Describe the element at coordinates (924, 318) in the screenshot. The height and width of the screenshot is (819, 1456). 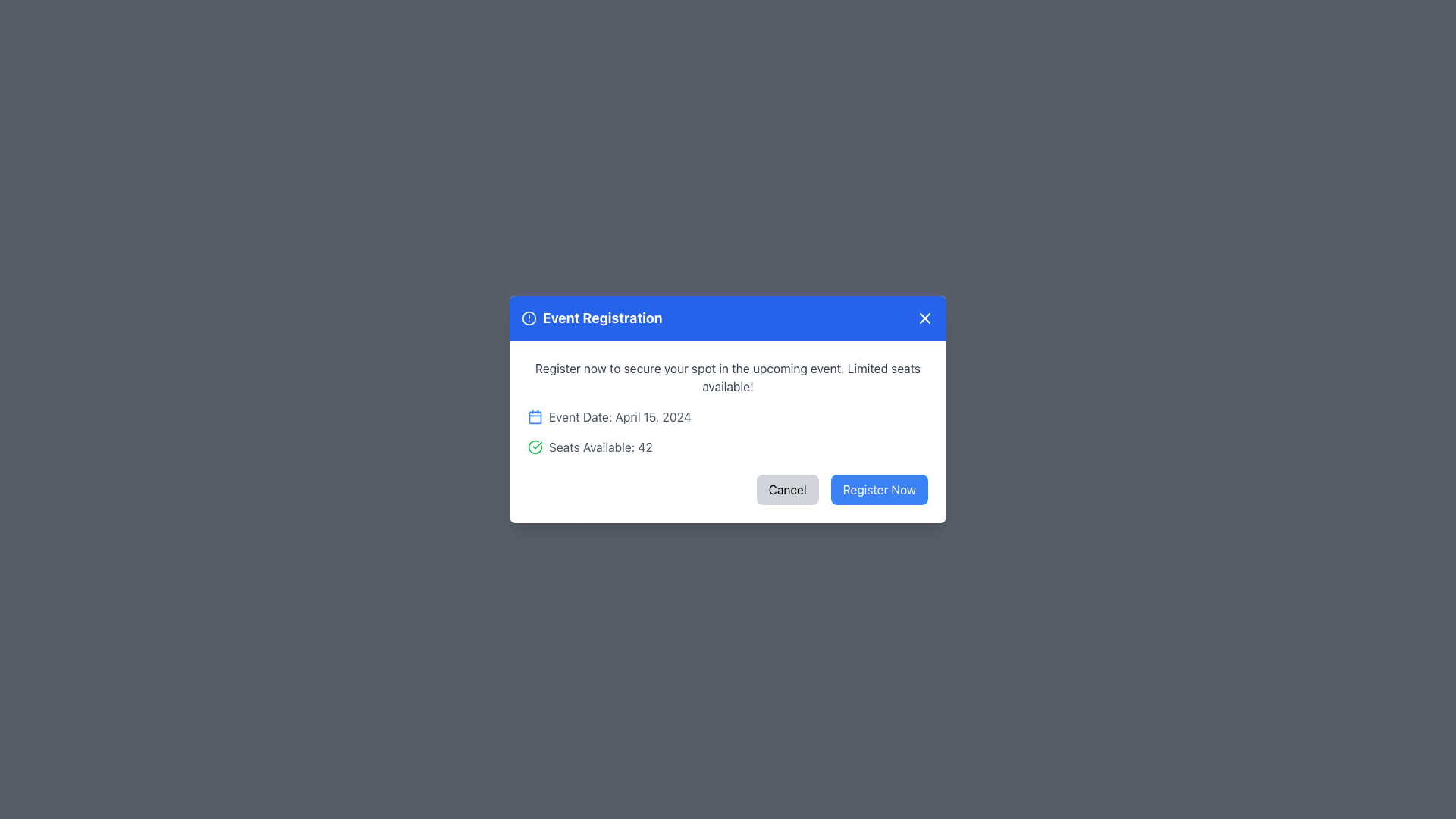
I see `the 'X' icon button located in the top-right corner of the blue header bar labeled 'Event Registration'` at that location.